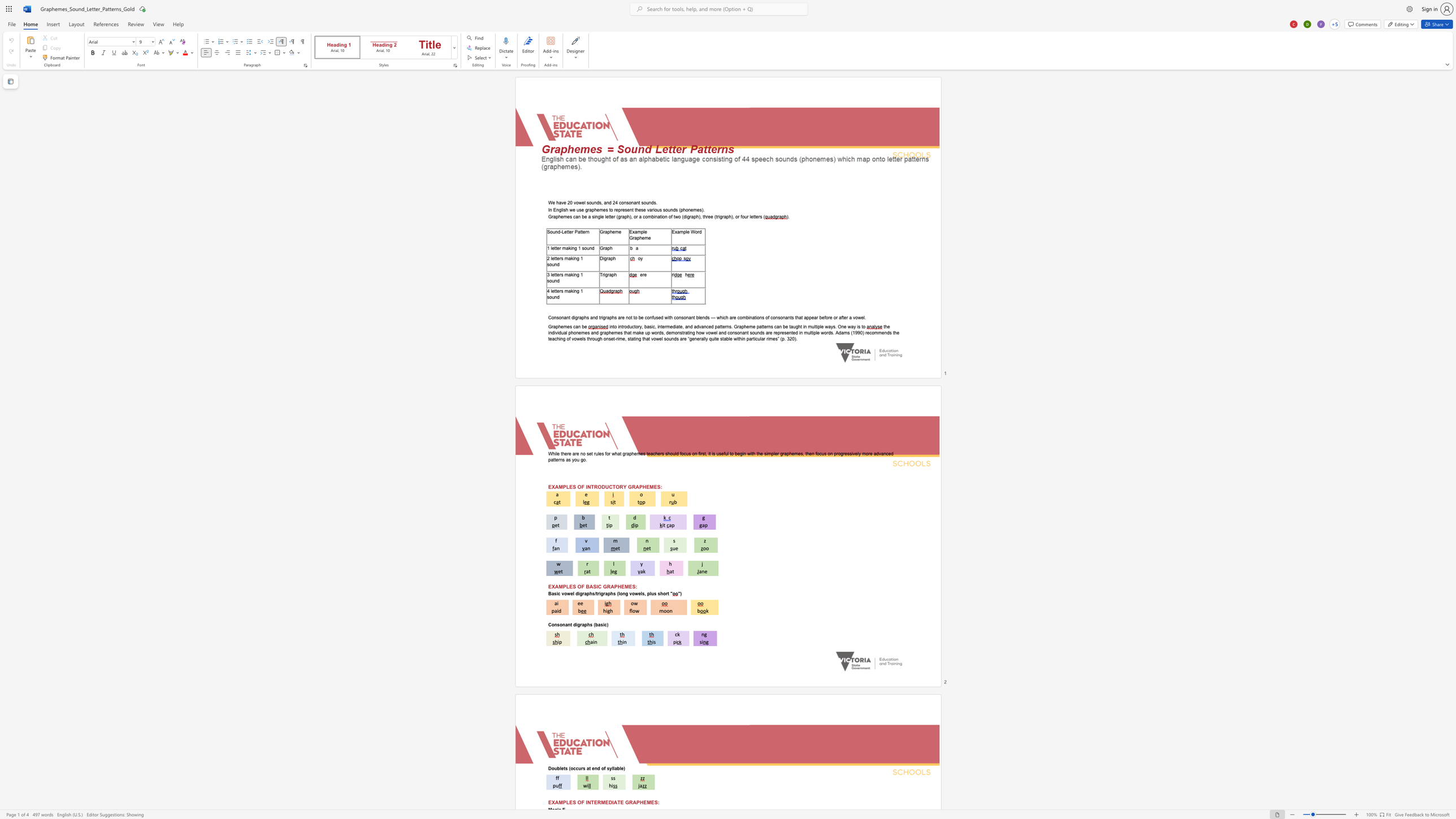  I want to click on the 1th character "p" in the text, so click(681, 209).